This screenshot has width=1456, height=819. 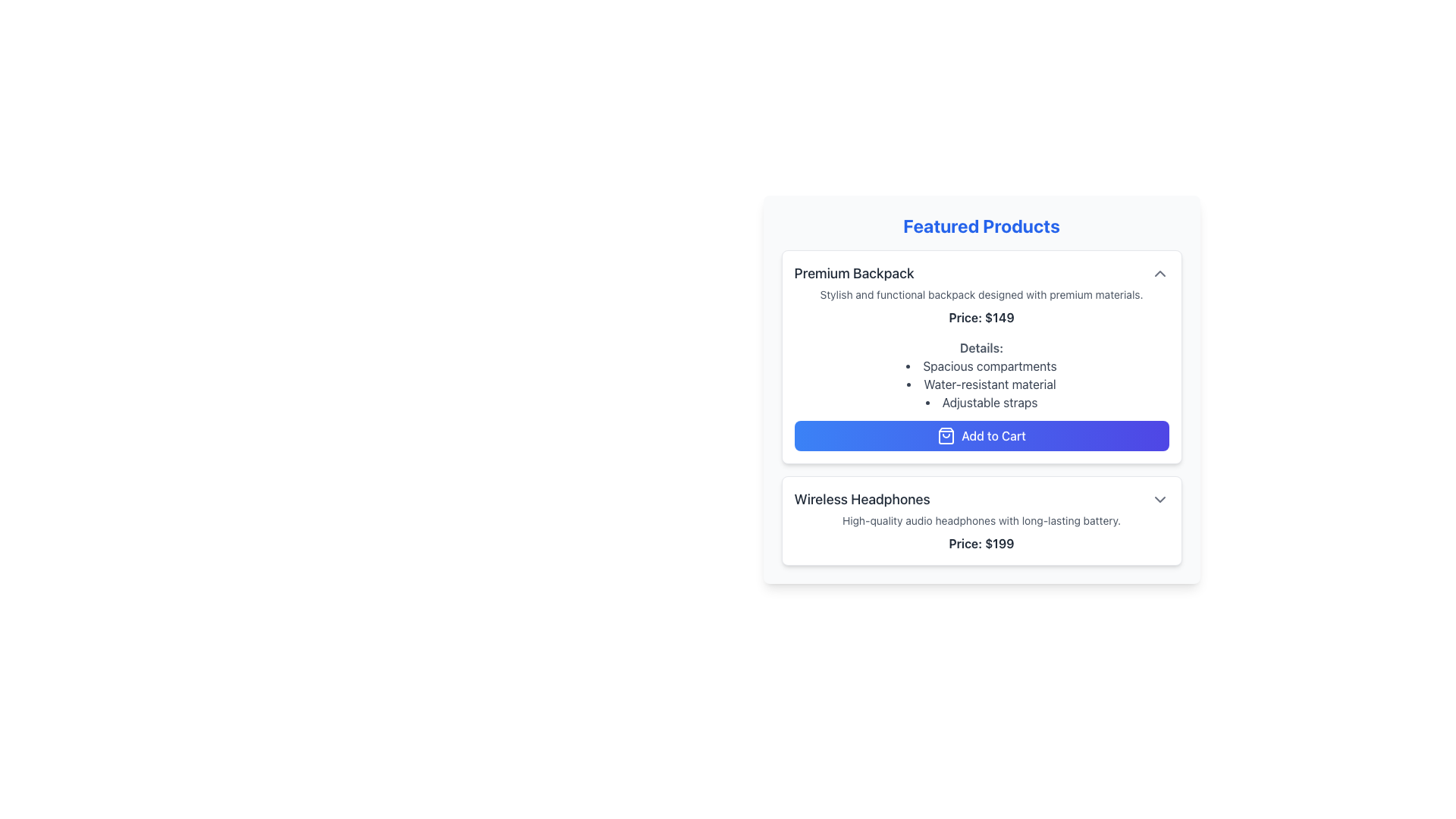 I want to click on the 'Add to Cart' button located at the bottom of the 'Premium Backpack' product description section for visual feedback, so click(x=981, y=435).